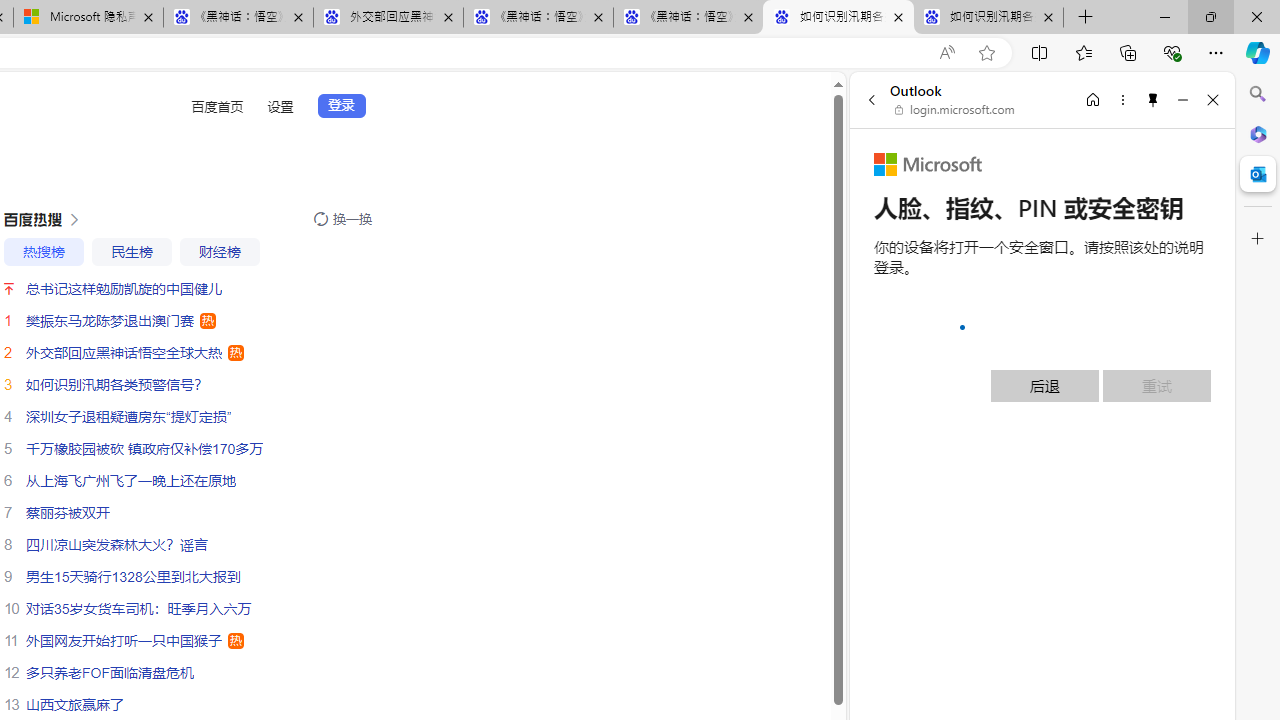 This screenshot has width=1280, height=720. What do you see at coordinates (954, 110) in the screenshot?
I see `'login.microsoft.com'` at bounding box center [954, 110].